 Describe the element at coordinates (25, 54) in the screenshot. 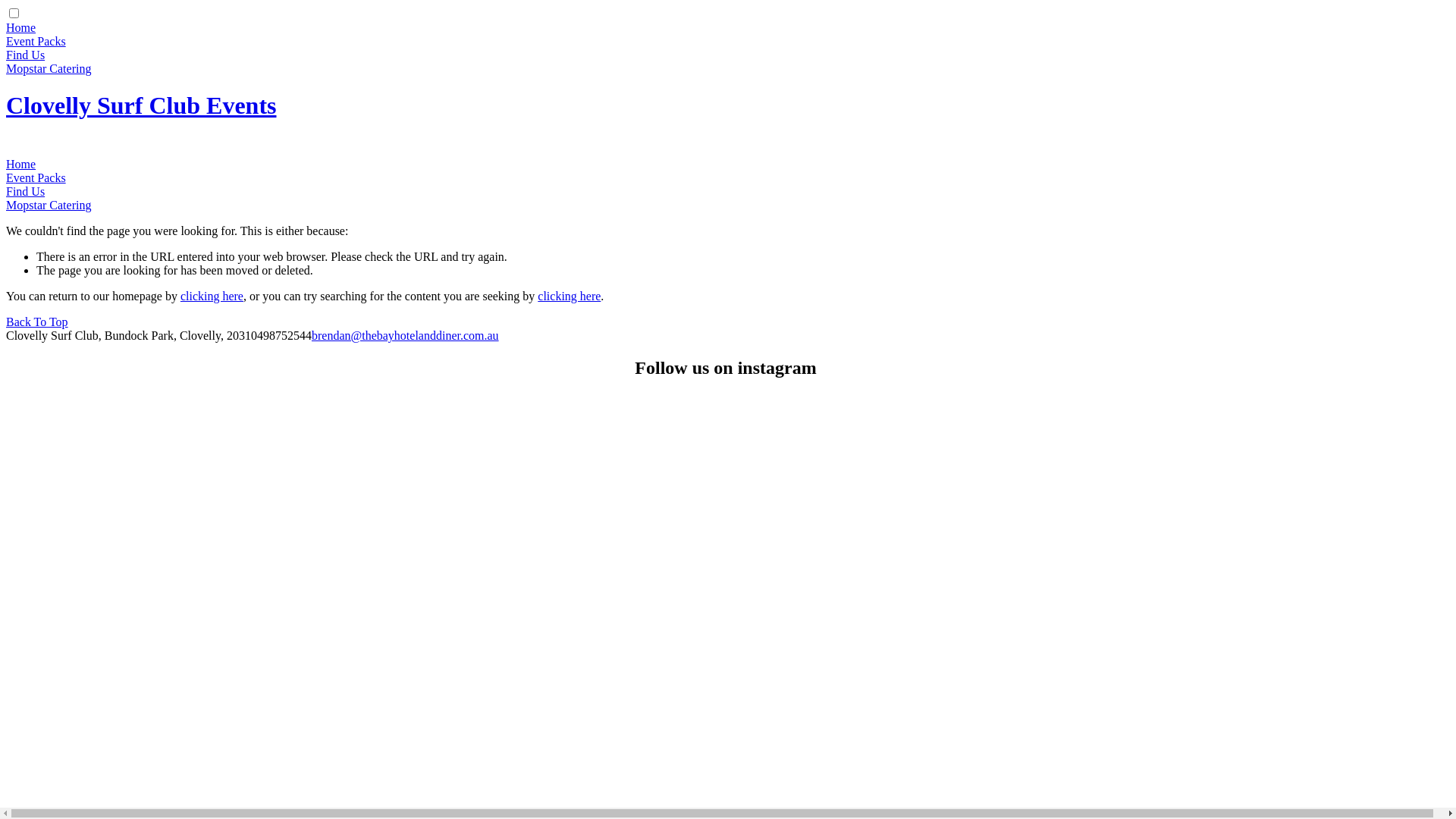

I see `'Find Us'` at that location.